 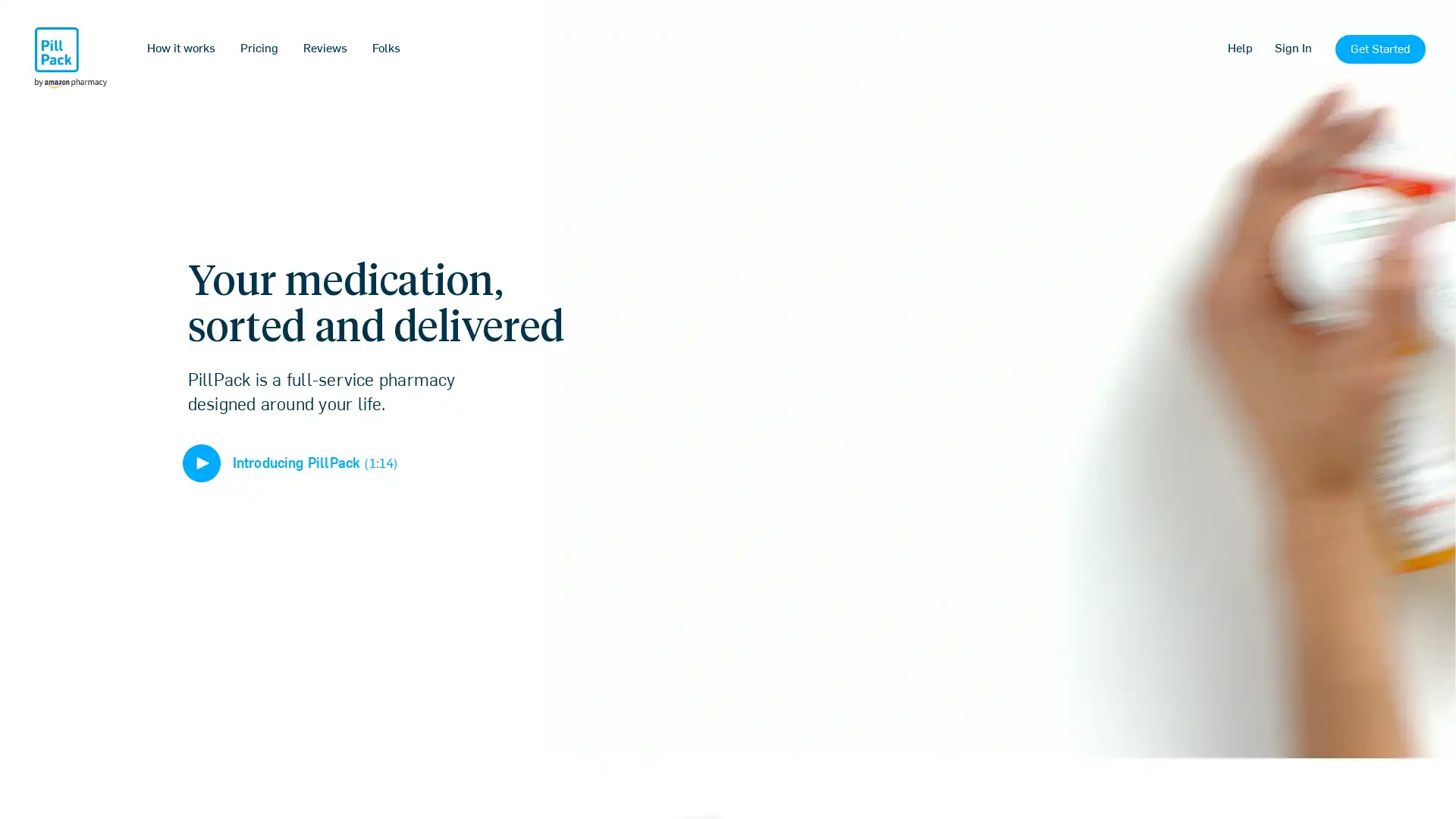 I want to click on Tell me more, so click(x=726, y=508).